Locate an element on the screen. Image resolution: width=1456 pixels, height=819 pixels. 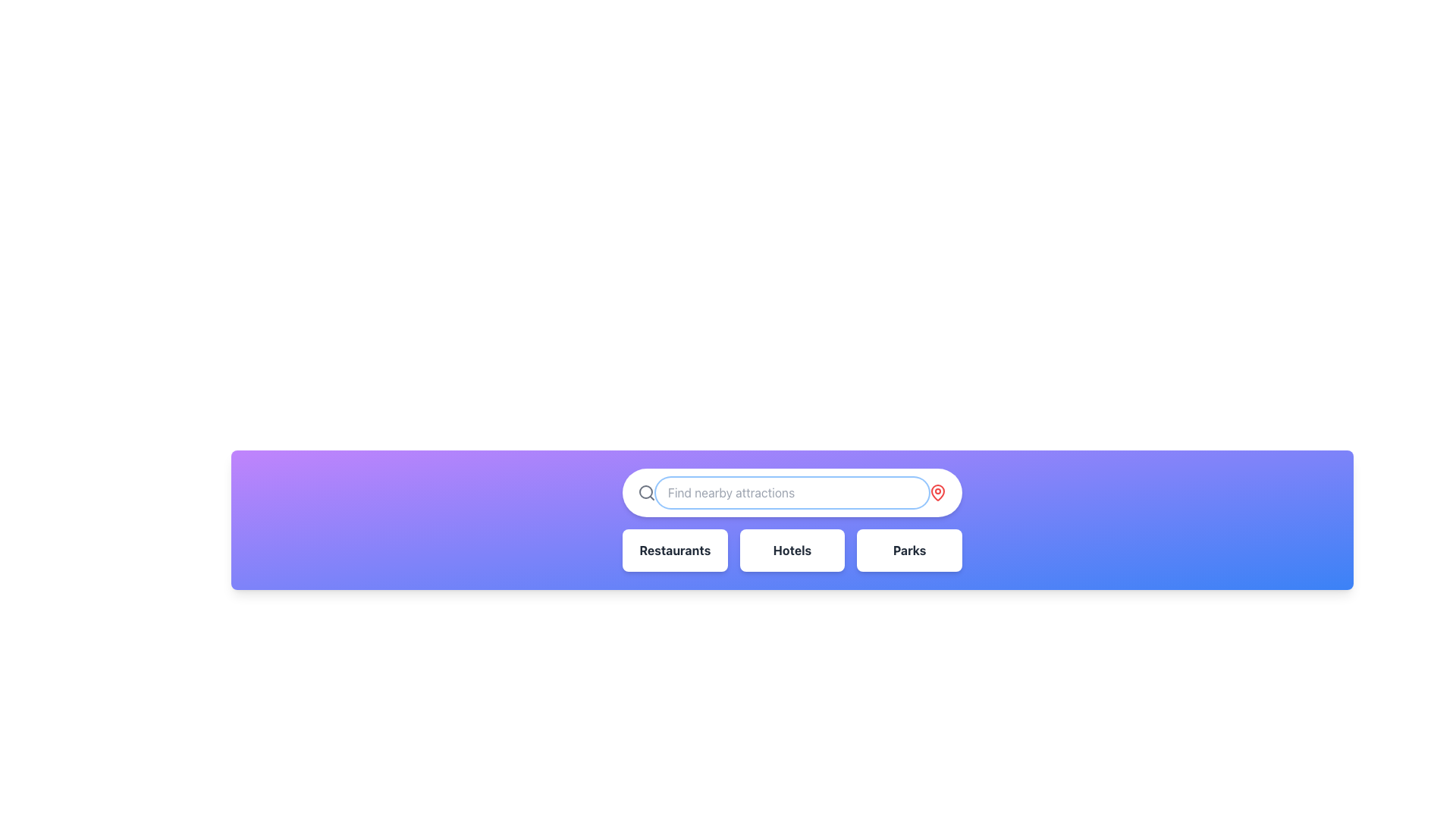
the search bar, which is a text input for finding nearby attractions, to focus and type in it is located at coordinates (792, 493).